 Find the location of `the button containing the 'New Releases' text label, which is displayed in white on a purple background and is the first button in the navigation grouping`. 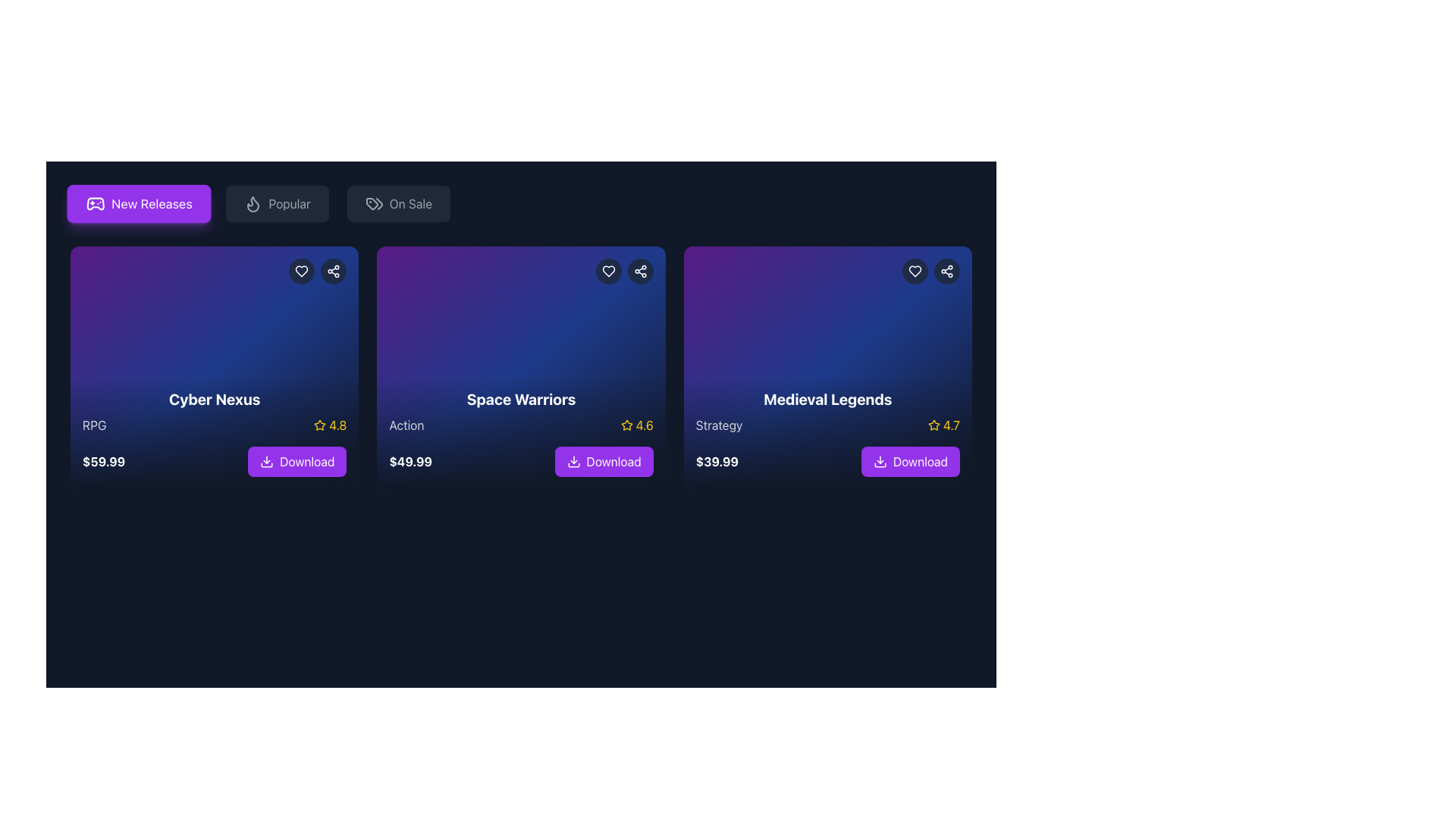

the button containing the 'New Releases' text label, which is displayed in white on a purple background and is the first button in the navigation grouping is located at coordinates (152, 203).